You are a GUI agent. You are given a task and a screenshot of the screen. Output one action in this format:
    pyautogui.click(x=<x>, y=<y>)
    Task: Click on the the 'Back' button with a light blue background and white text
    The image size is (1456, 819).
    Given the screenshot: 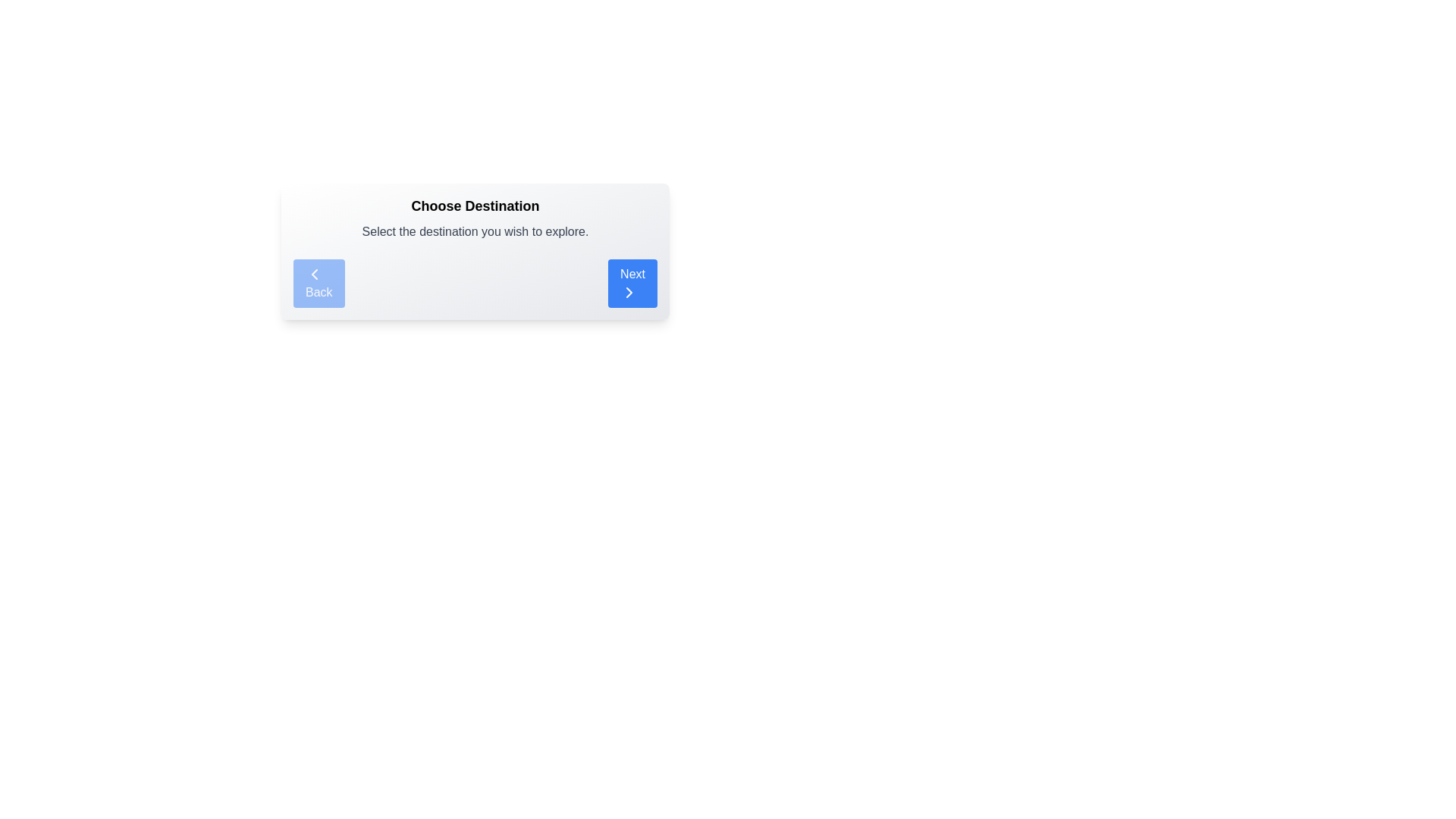 What is the action you would take?
    pyautogui.click(x=318, y=284)
    